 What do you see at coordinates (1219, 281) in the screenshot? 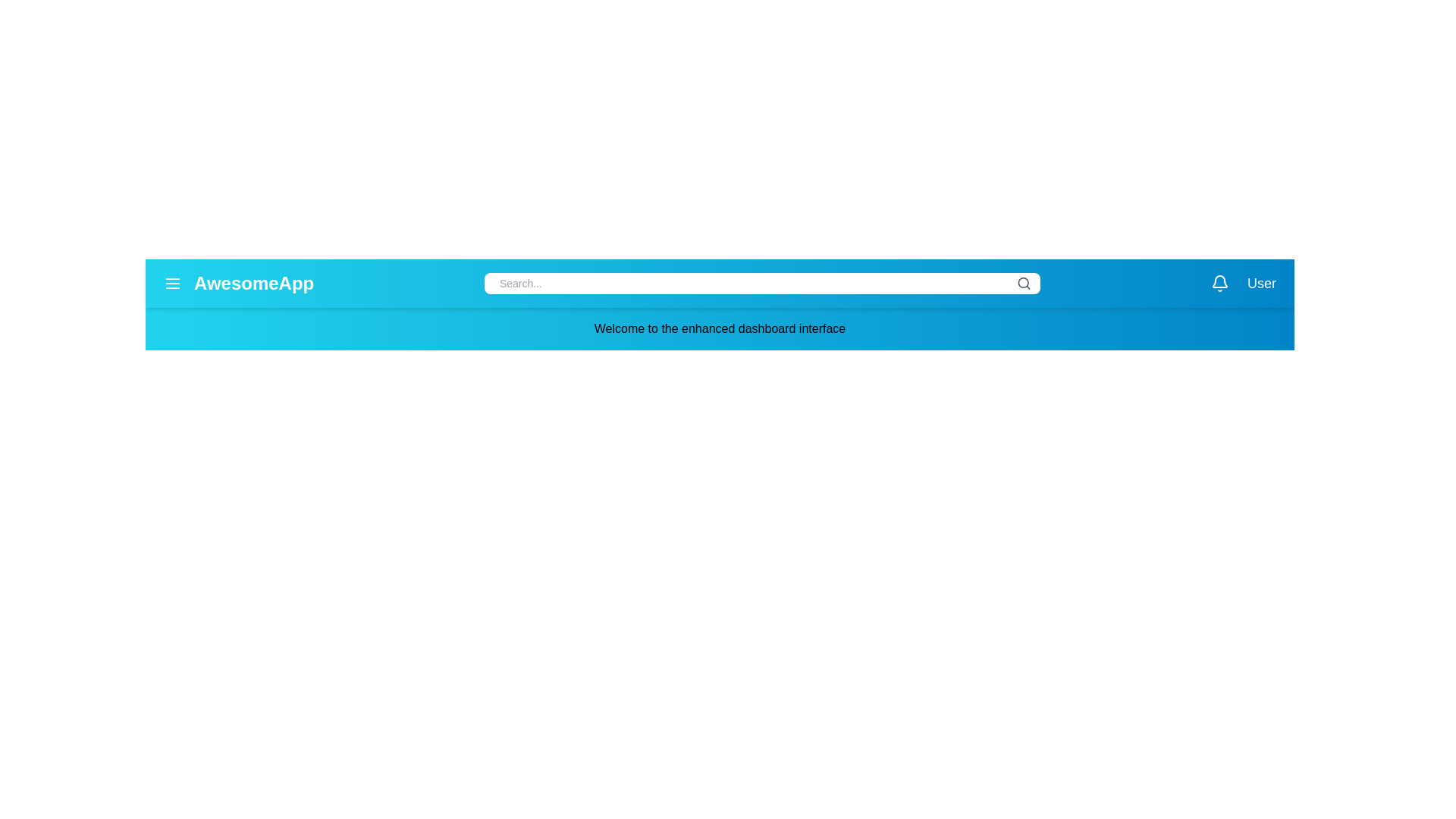
I see `the bell-shaped notification icon located on the top right corner of the header bar` at bounding box center [1219, 281].